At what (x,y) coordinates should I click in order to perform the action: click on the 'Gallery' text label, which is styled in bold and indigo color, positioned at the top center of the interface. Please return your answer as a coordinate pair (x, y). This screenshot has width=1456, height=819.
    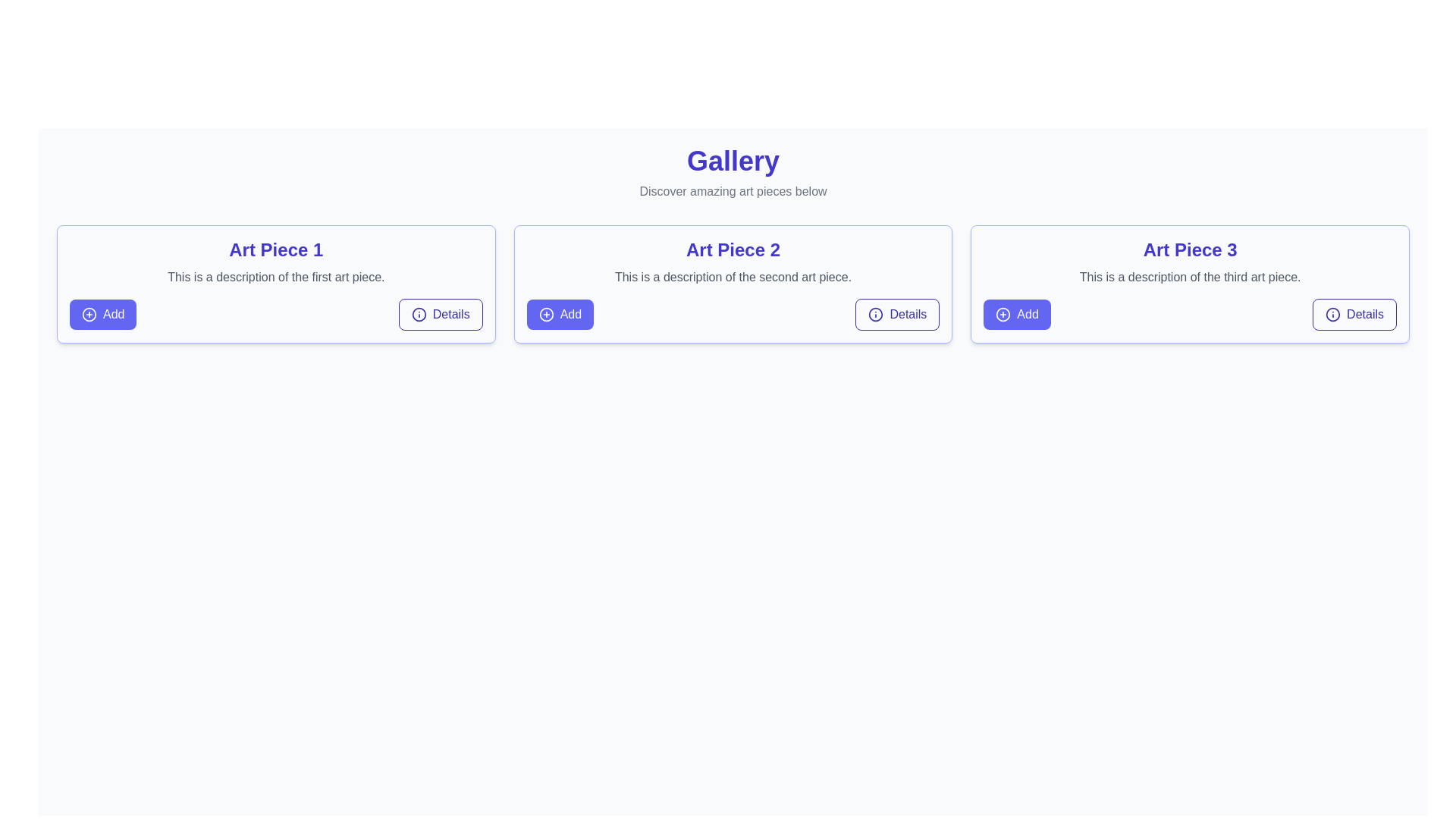
    Looking at the image, I should click on (733, 161).